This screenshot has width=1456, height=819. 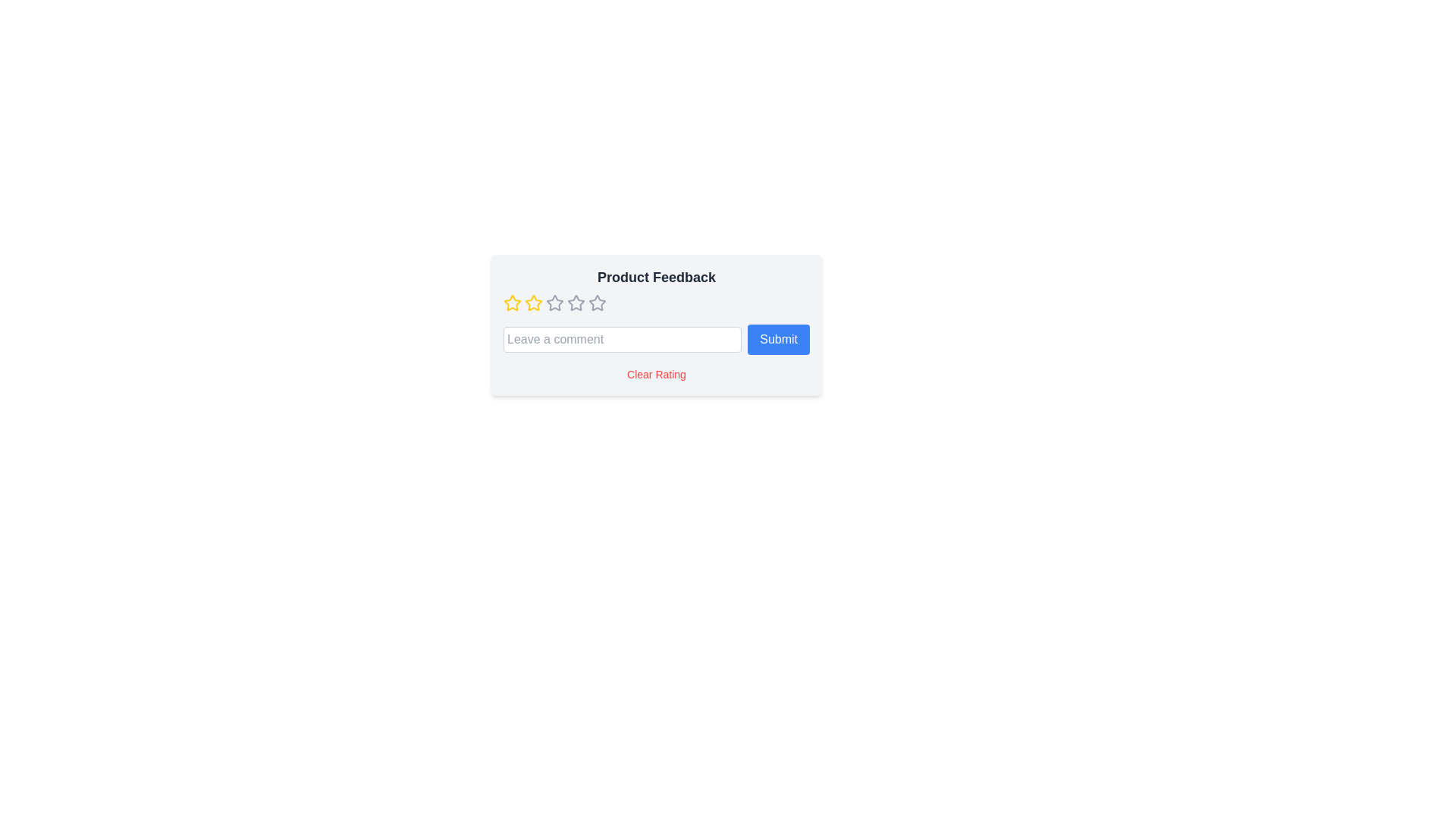 I want to click on the rating to 2 by clicking on the corresponding star, so click(x=534, y=303).